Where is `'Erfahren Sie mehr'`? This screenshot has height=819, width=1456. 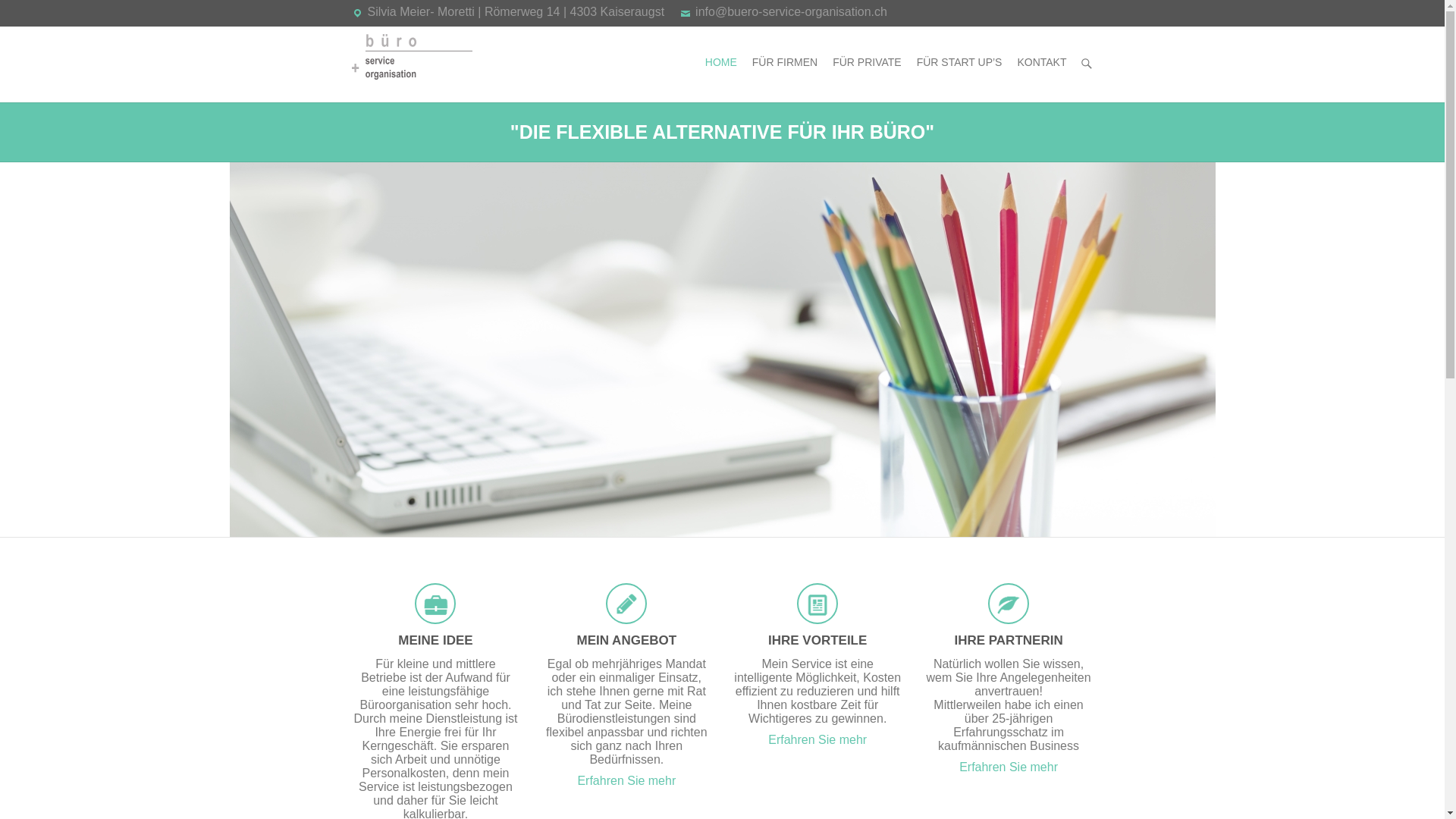
'Erfahren Sie mehr' is located at coordinates (1008, 767).